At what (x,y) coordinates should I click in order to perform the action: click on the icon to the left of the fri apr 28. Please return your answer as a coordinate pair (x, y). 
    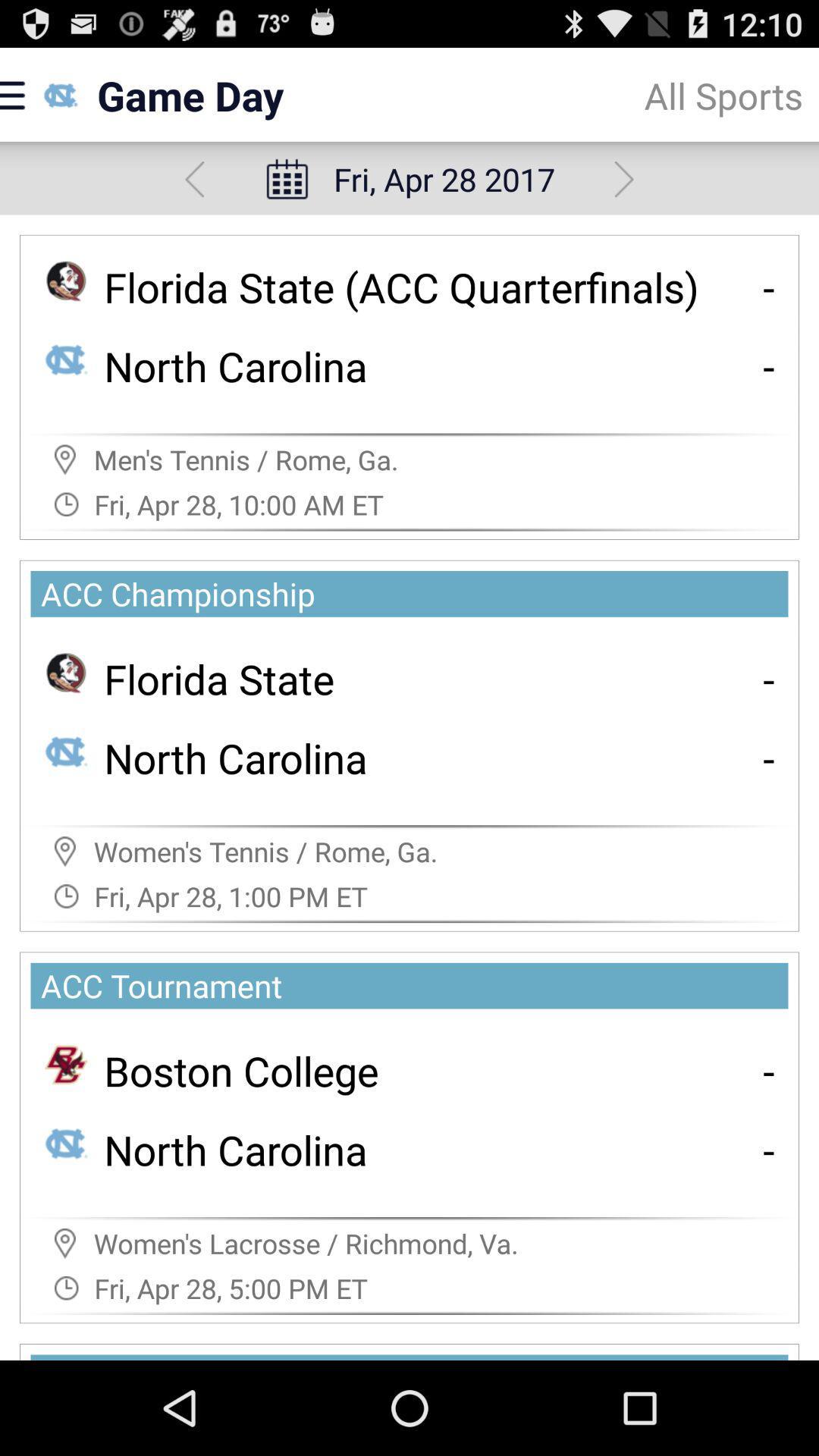
    Looking at the image, I should click on (193, 179).